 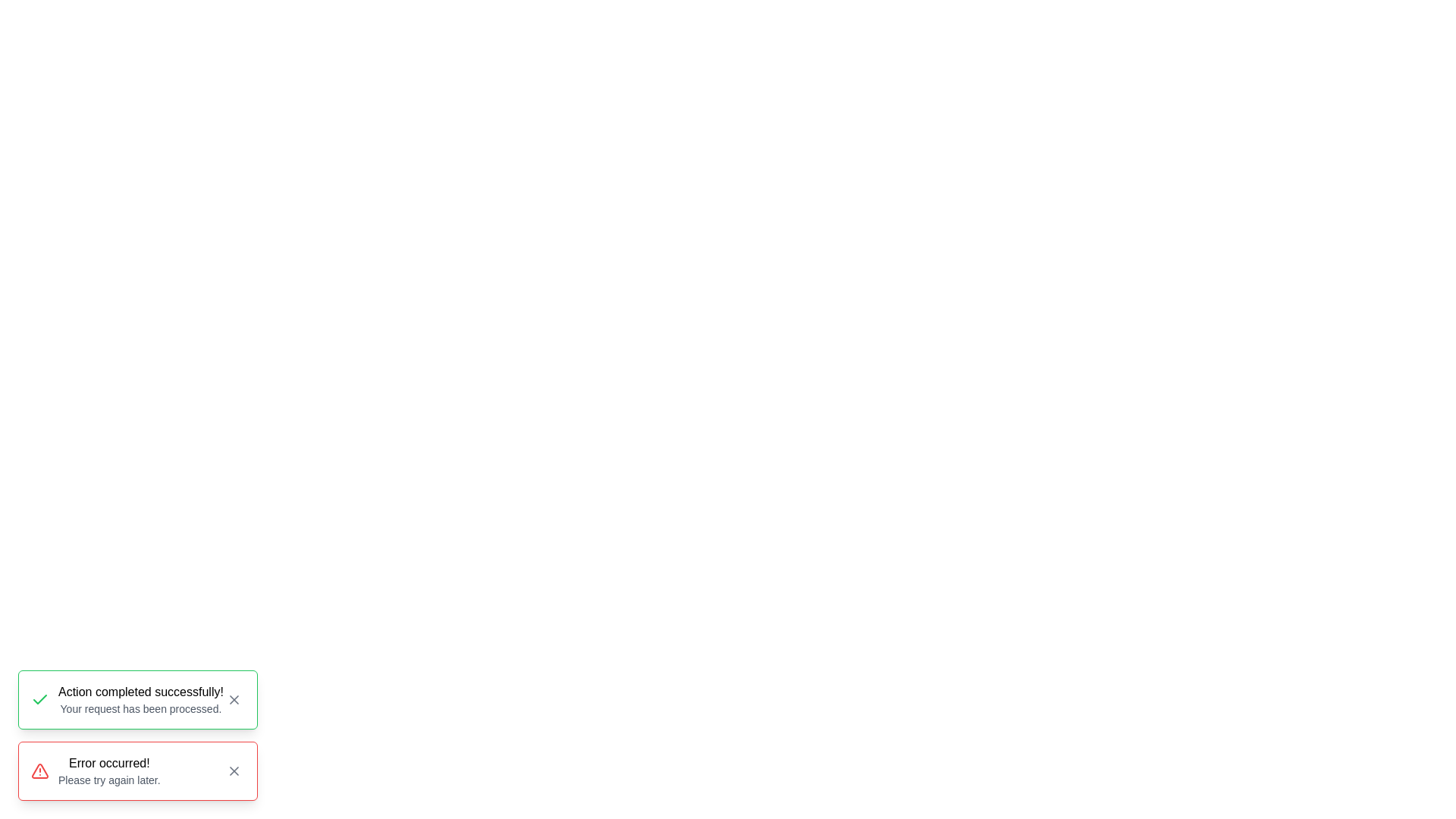 What do you see at coordinates (233, 699) in the screenshot?
I see `close button of the notification with the message 'Action completed successfully!'` at bounding box center [233, 699].